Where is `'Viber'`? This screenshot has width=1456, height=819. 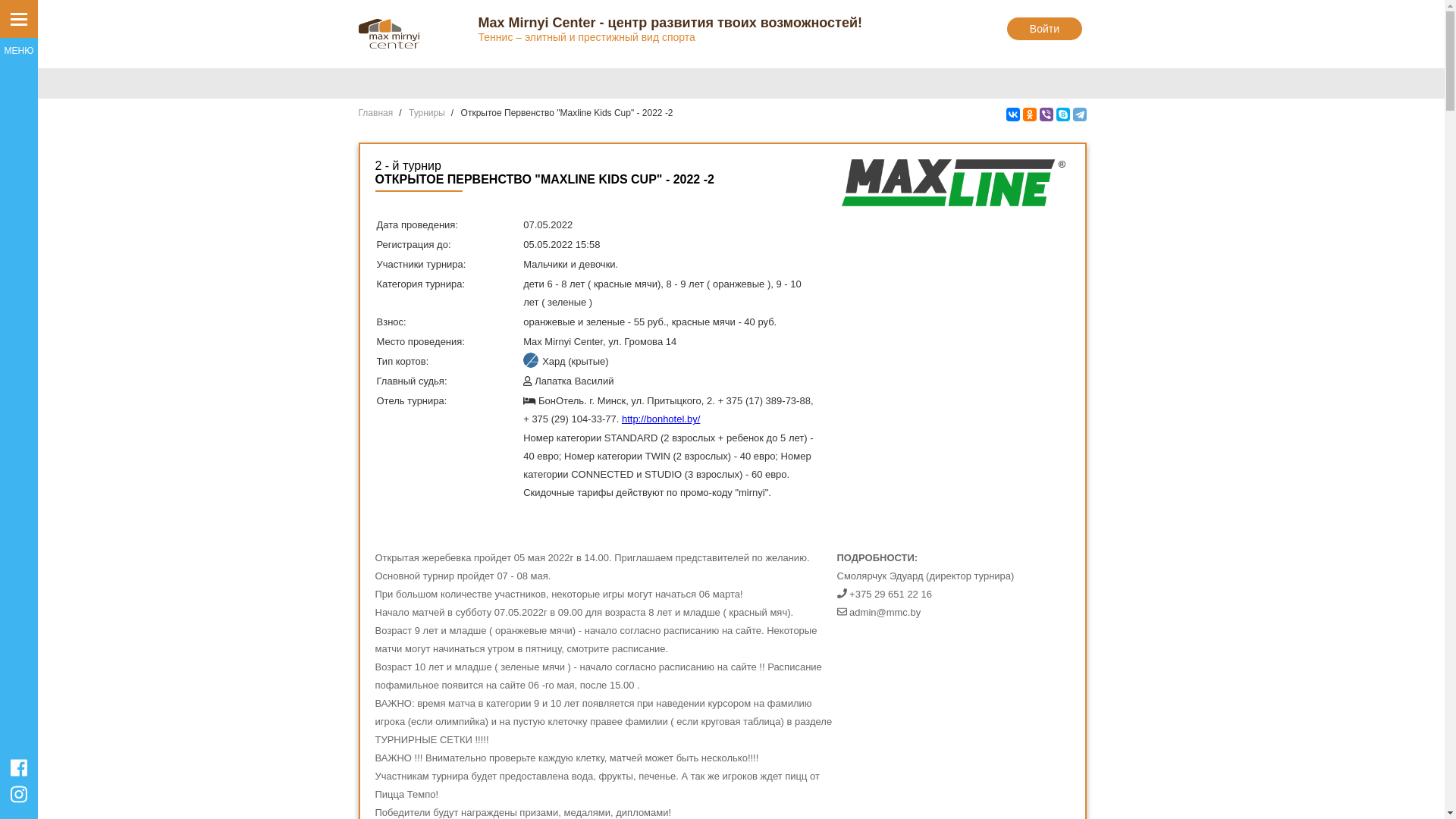
'Viber' is located at coordinates (1044, 113).